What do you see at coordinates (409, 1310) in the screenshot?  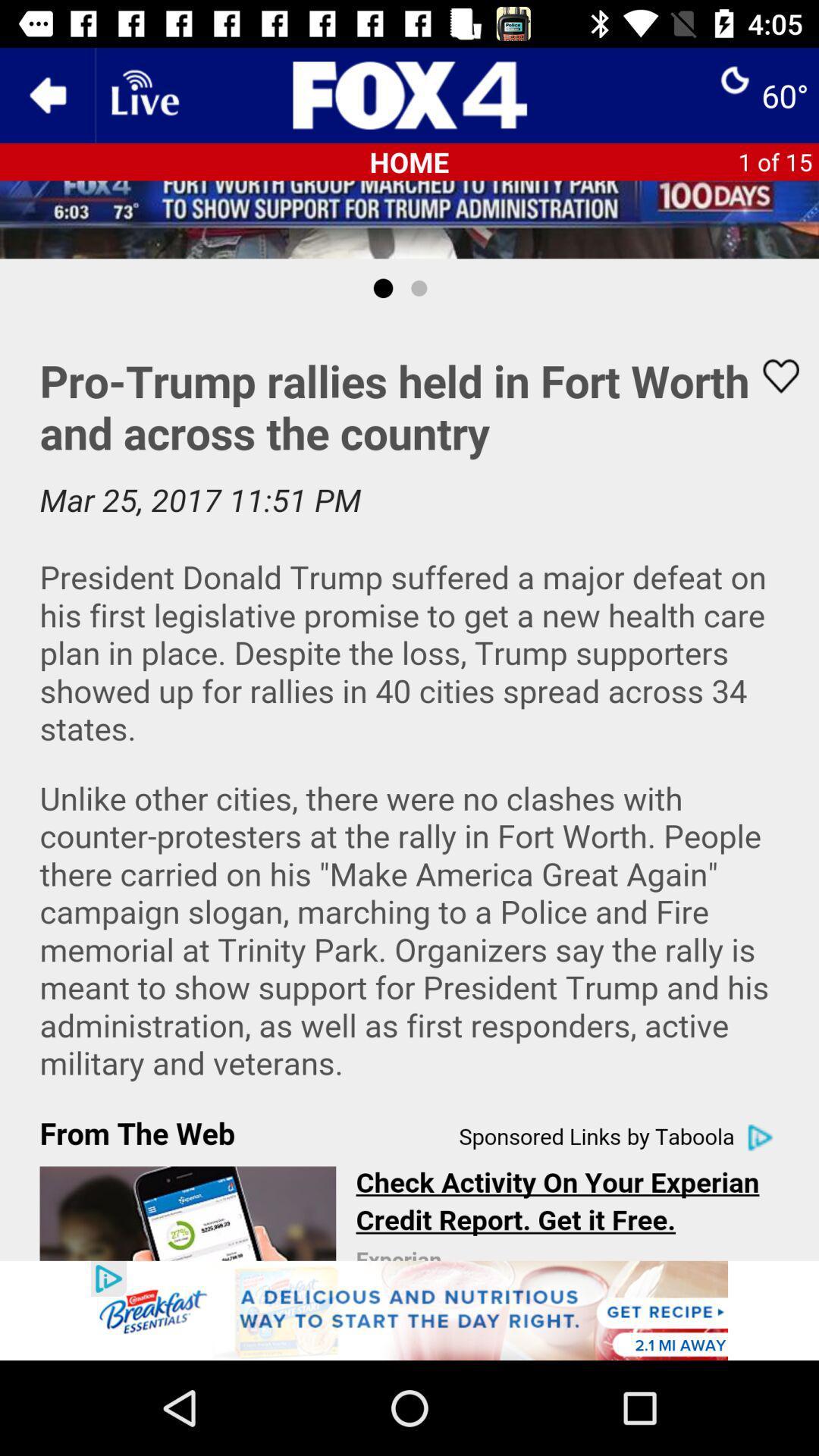 I see `opens up advertisement` at bounding box center [409, 1310].